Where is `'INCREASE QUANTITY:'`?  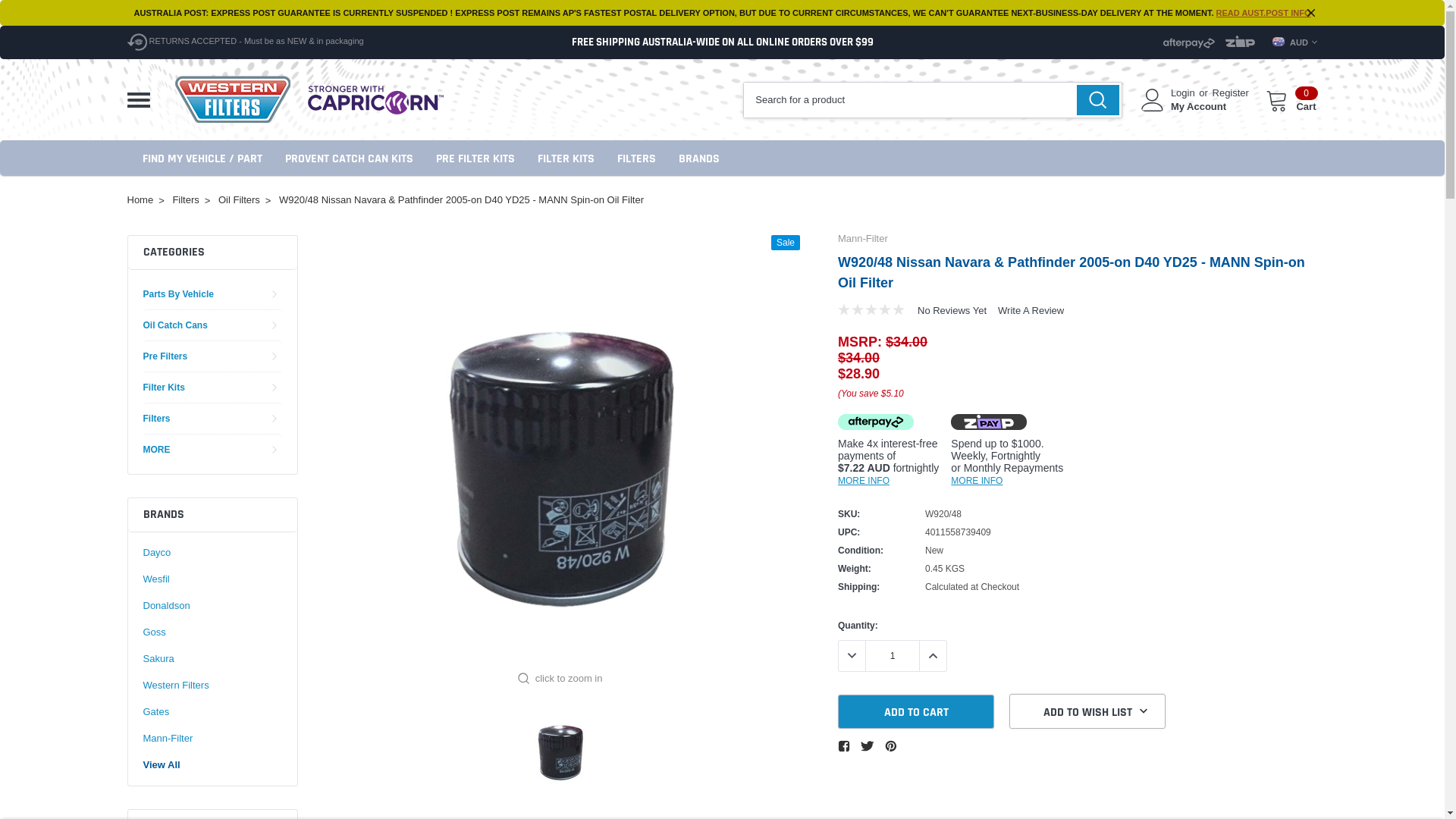 'INCREASE QUANTITY:' is located at coordinates (931, 654).